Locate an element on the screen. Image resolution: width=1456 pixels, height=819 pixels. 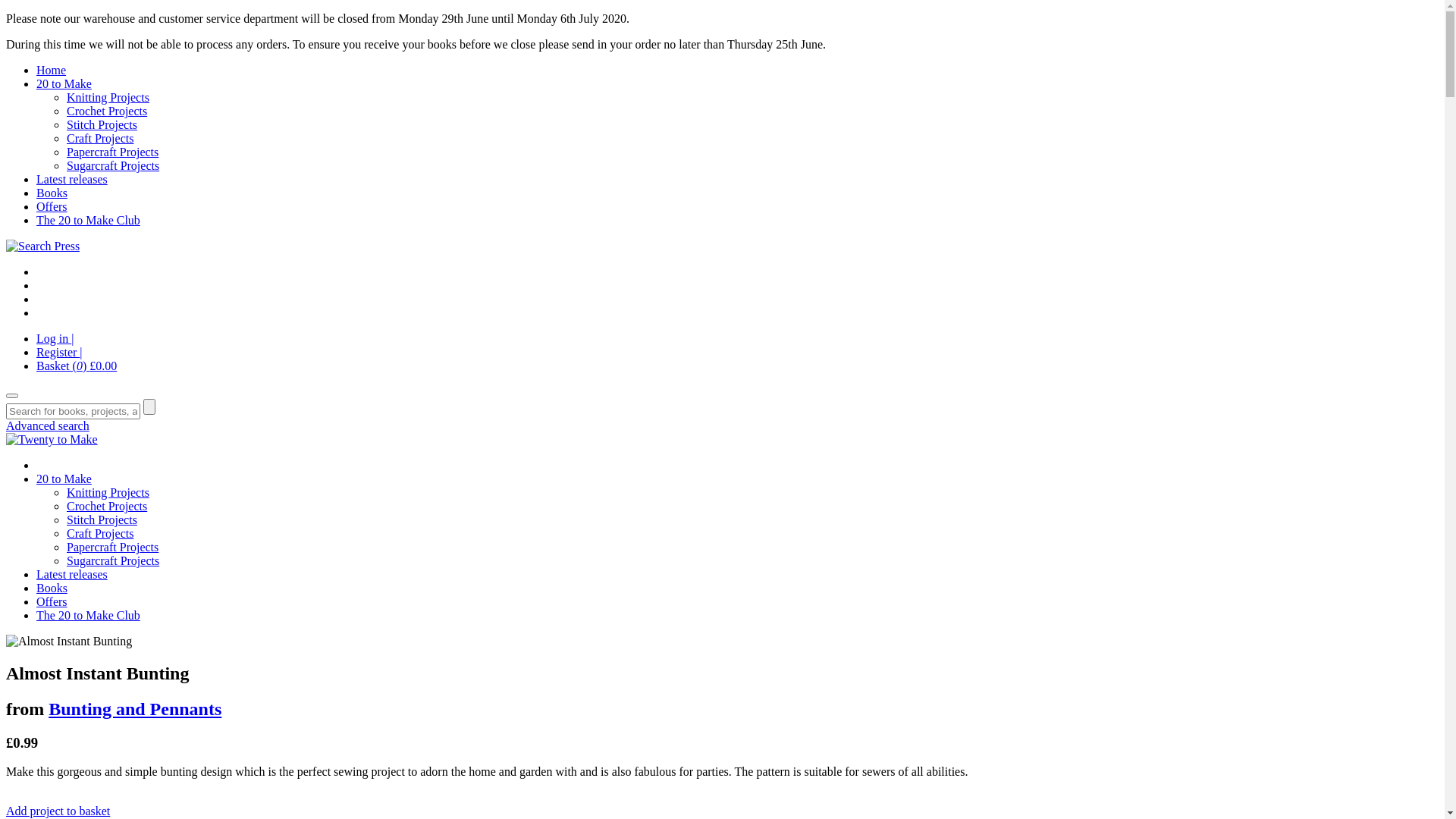
'Crochet Projects' is located at coordinates (105, 110).